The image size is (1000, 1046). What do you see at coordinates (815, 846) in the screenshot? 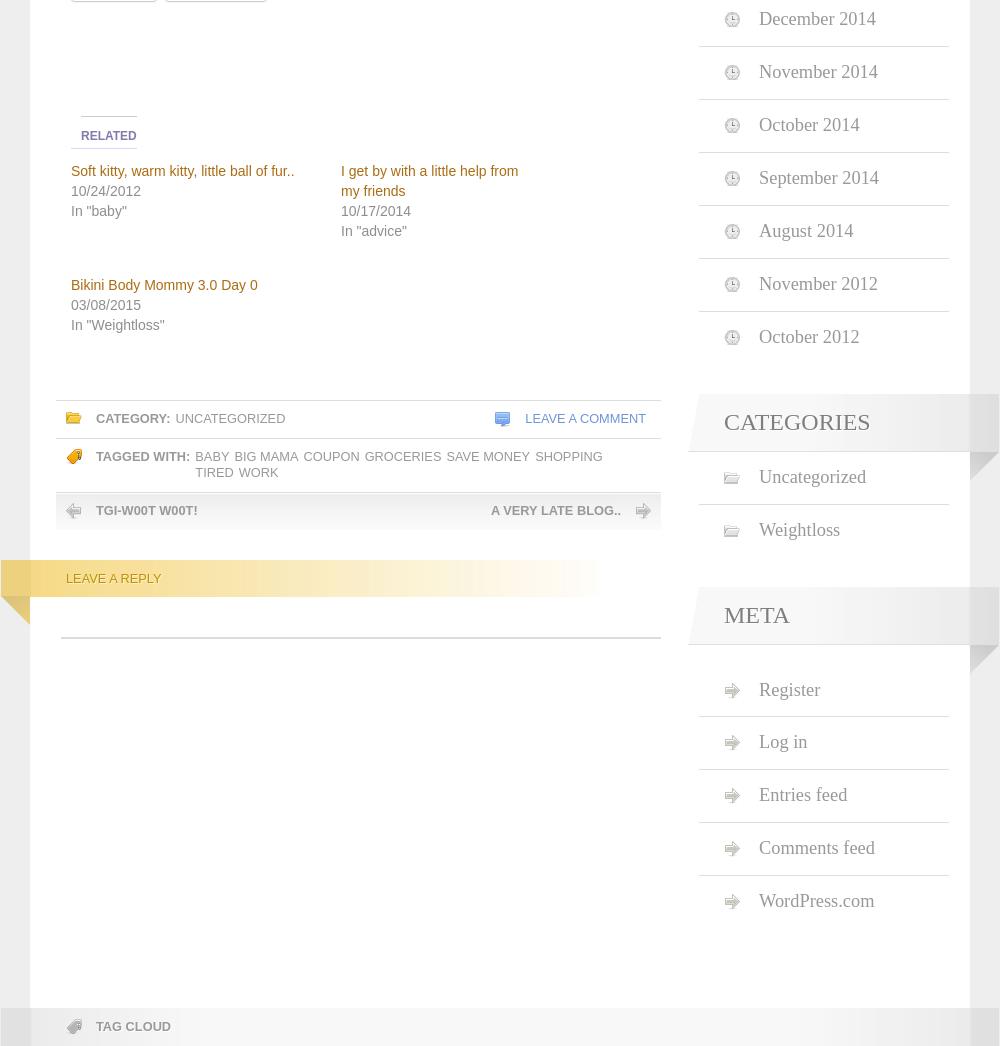
I see `'Comments feed'` at bounding box center [815, 846].